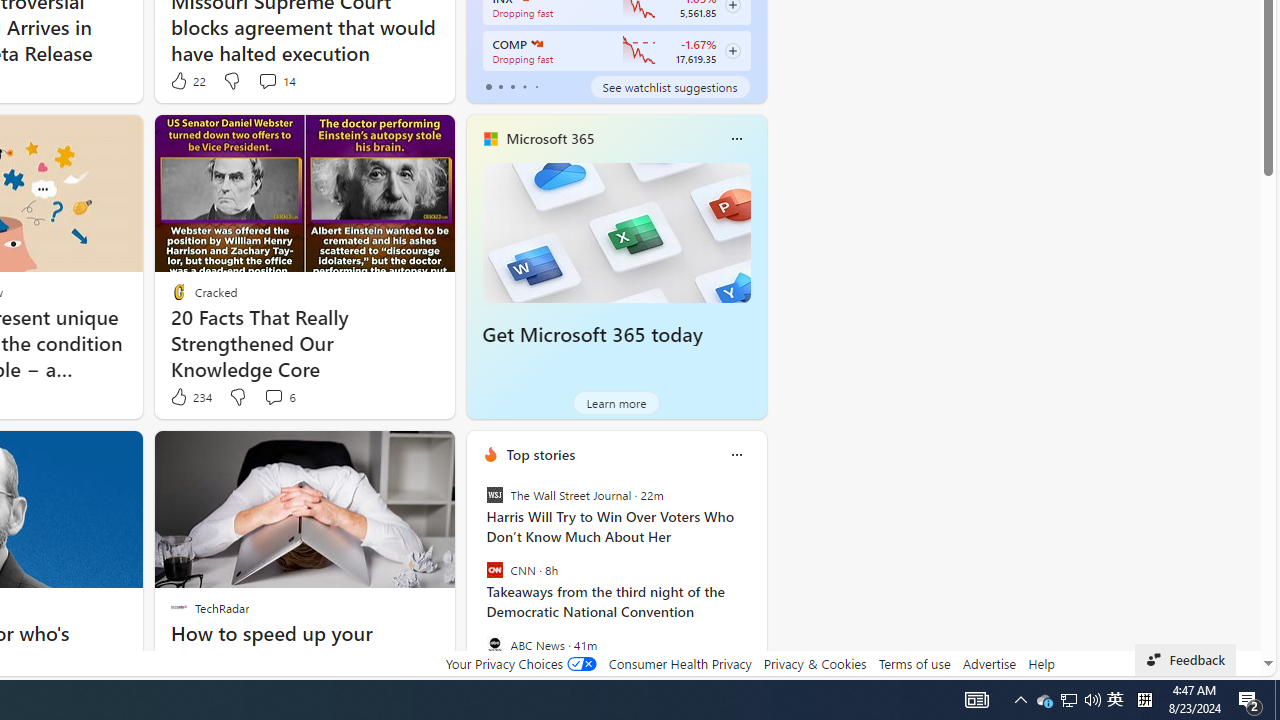  Describe the element at coordinates (186, 80) in the screenshot. I see `'22 Like'` at that location.